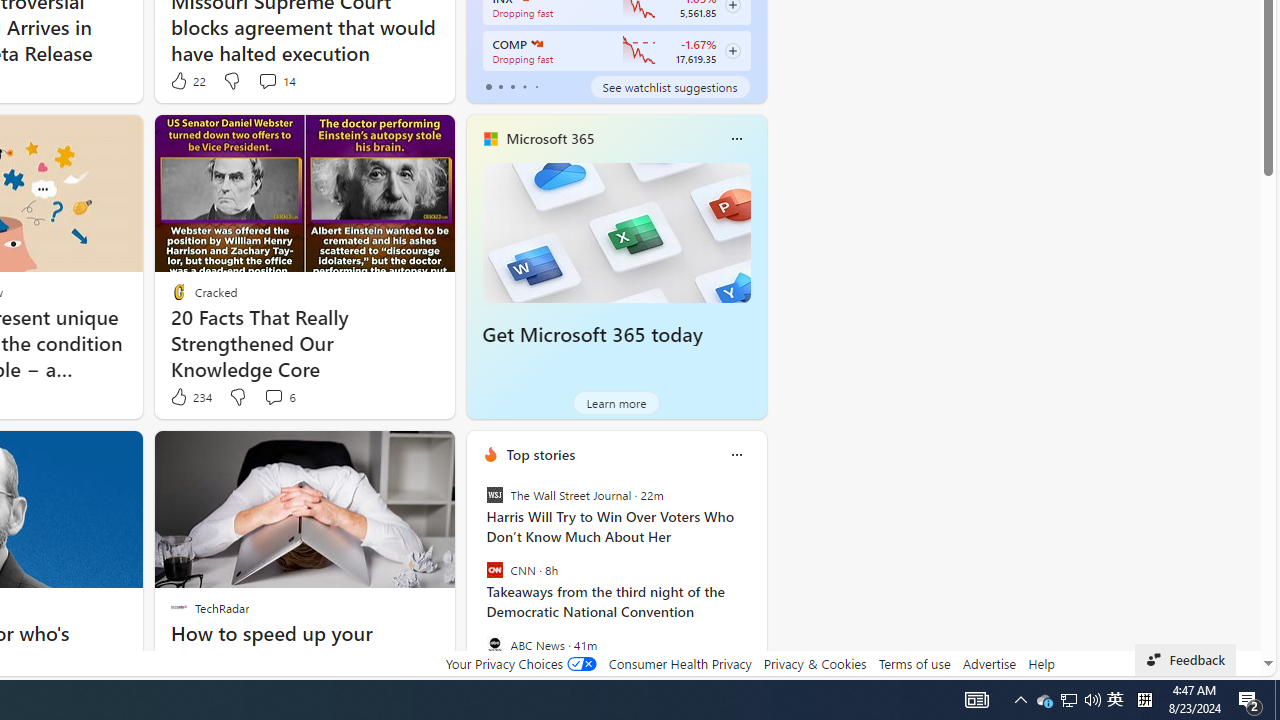  Describe the element at coordinates (186, 80) in the screenshot. I see `'22 Like'` at that location.